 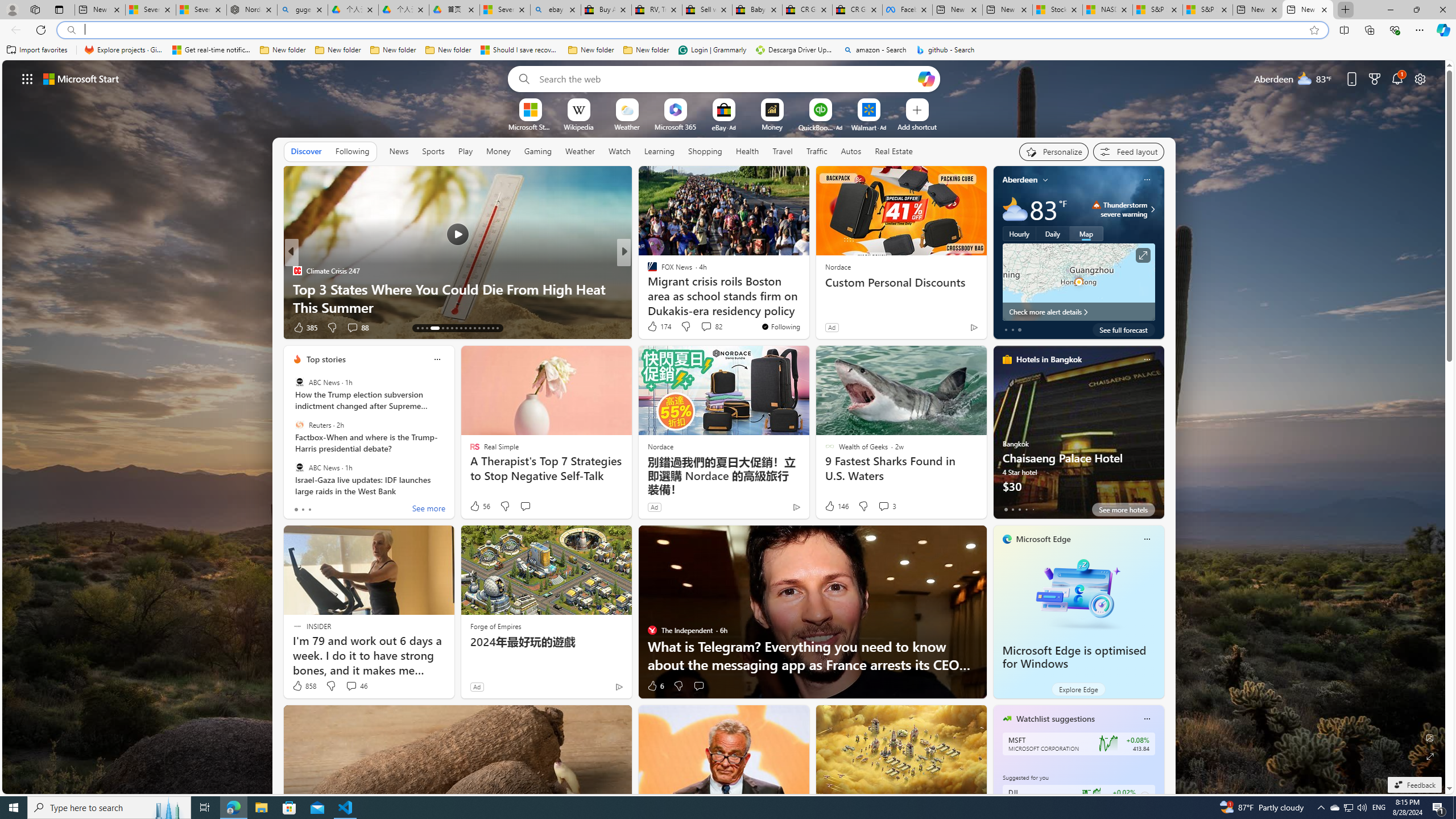 What do you see at coordinates (355, 686) in the screenshot?
I see `'View comments 46 Comment'` at bounding box center [355, 686].